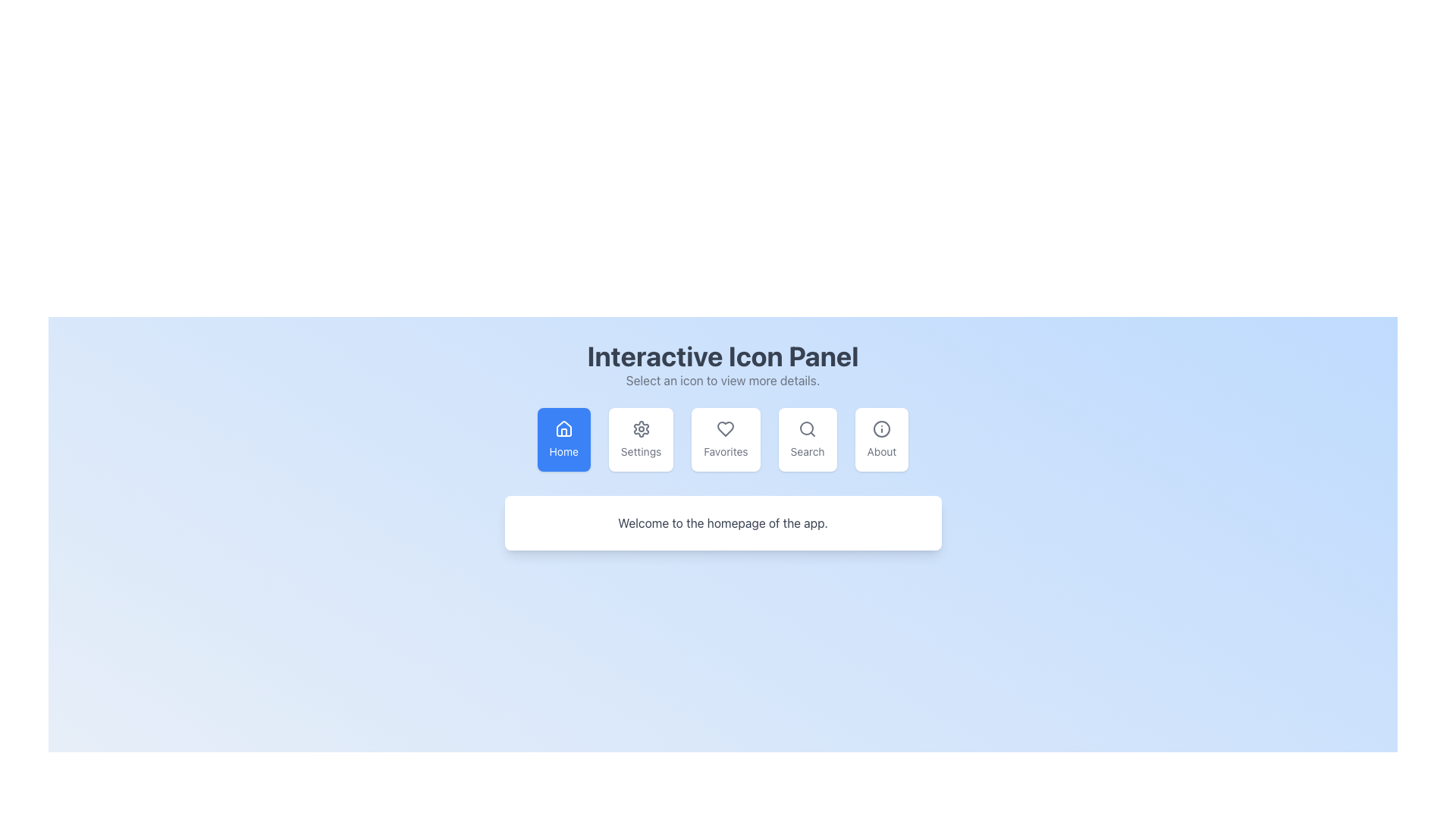 The image size is (1456, 819). Describe the element at coordinates (641, 429) in the screenshot. I see `the gear-like settings icon located at the center of the second item from the left in the icon panel` at that location.